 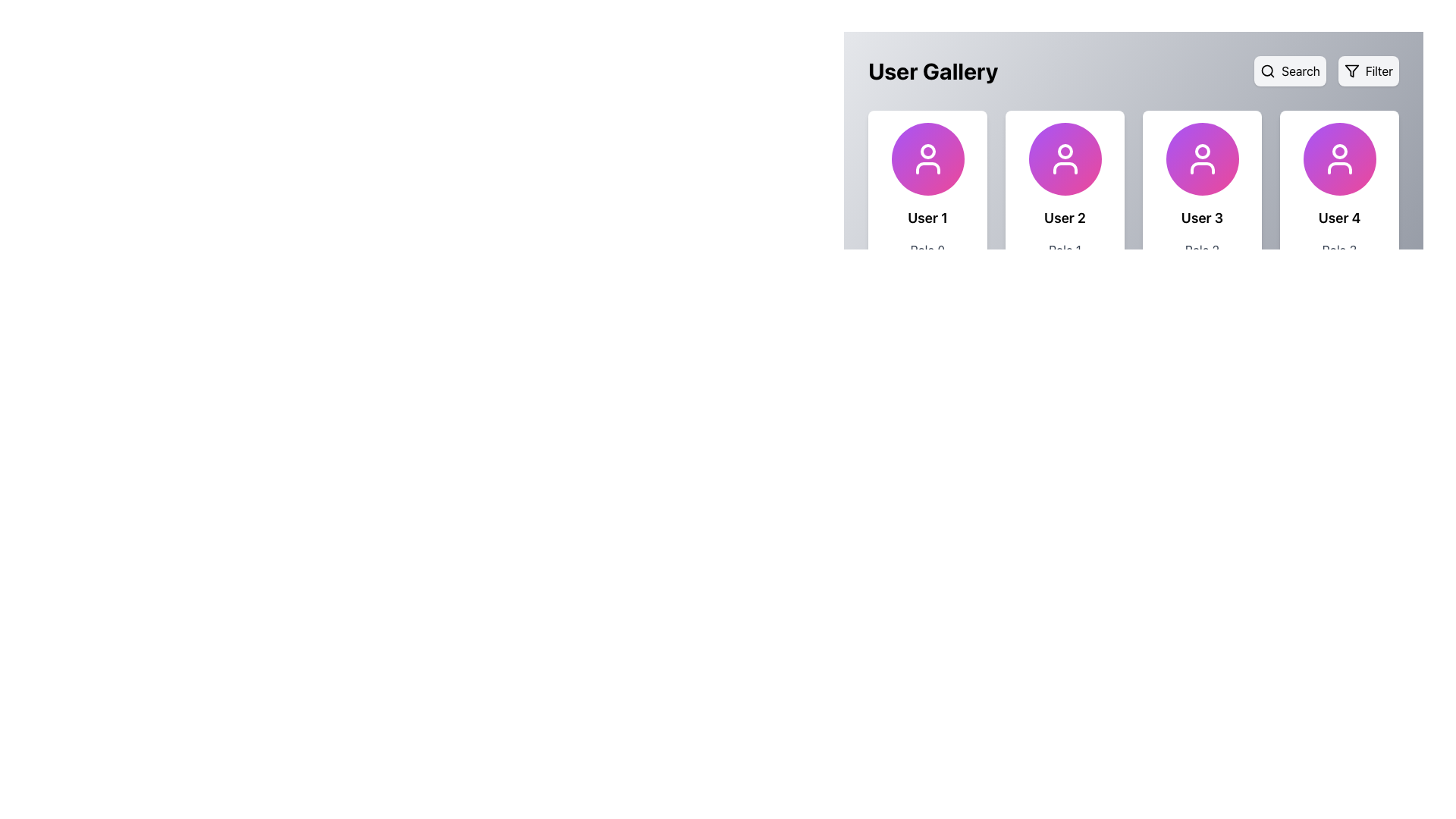 I want to click on the triangular filter icon located at the top right corner of the interface, so click(x=1351, y=71).